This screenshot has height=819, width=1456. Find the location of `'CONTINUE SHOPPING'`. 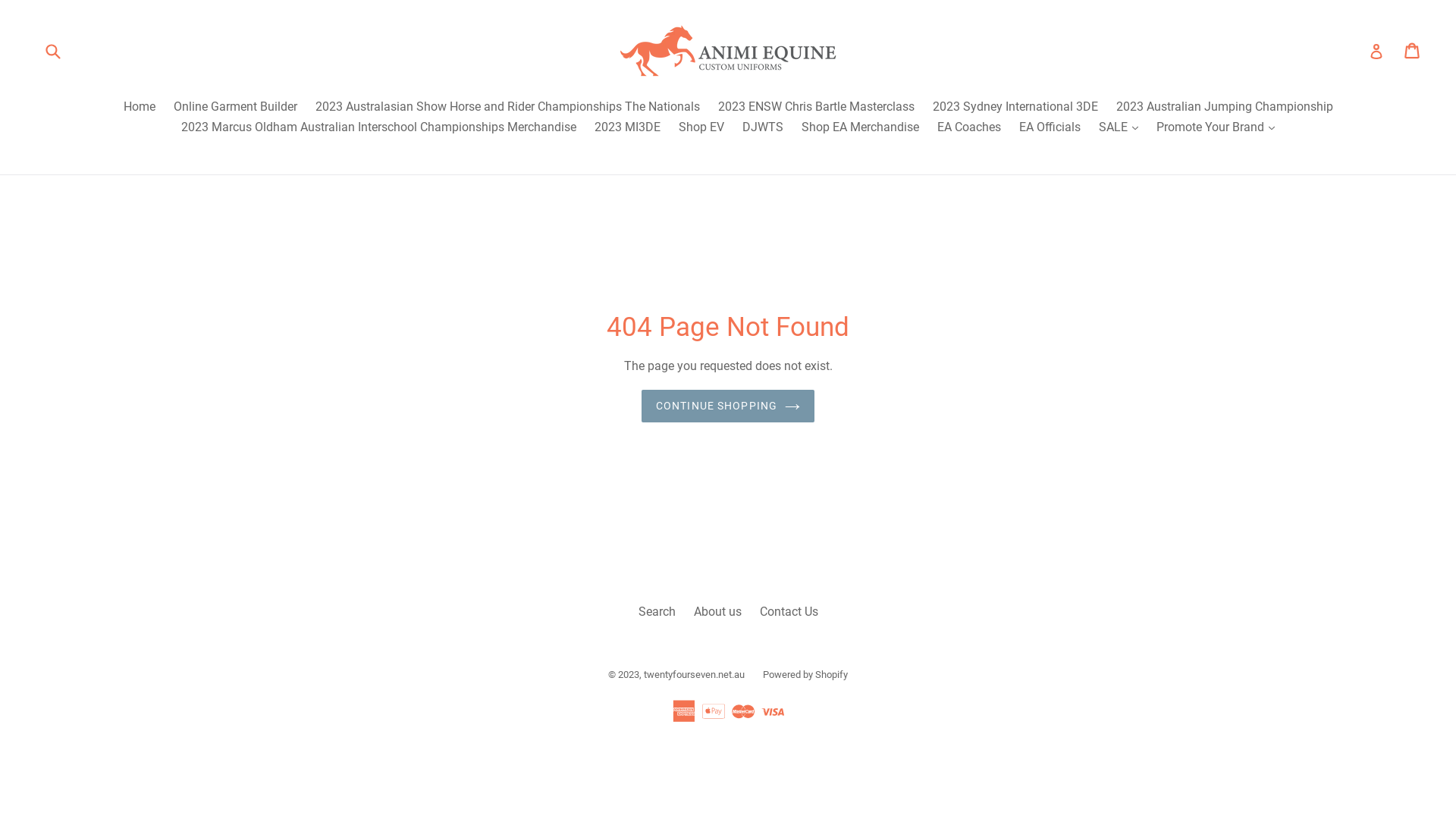

'CONTINUE SHOPPING' is located at coordinates (728, 405).